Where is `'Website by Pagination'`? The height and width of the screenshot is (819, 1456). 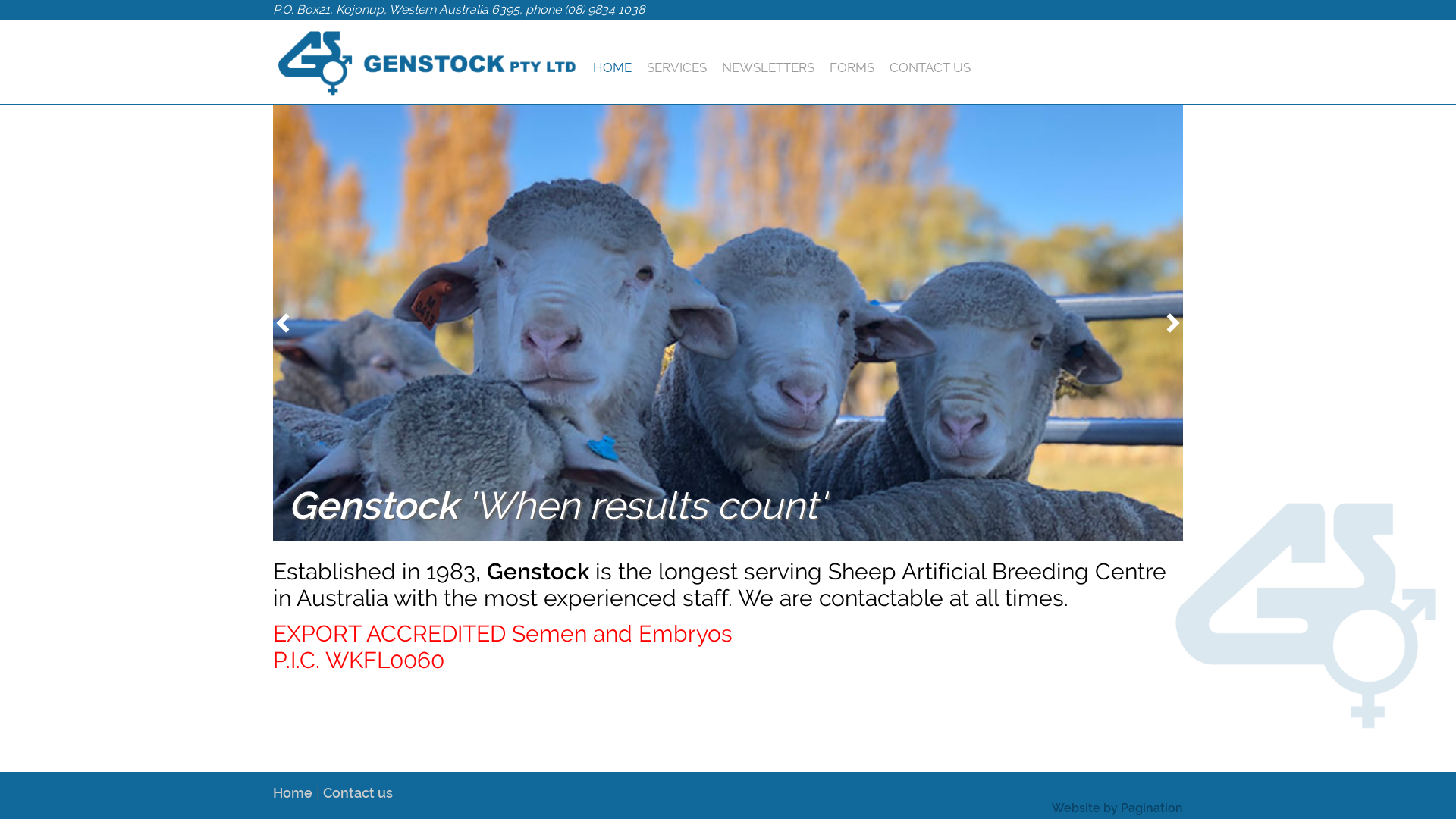
'Website by Pagination' is located at coordinates (1051, 807).